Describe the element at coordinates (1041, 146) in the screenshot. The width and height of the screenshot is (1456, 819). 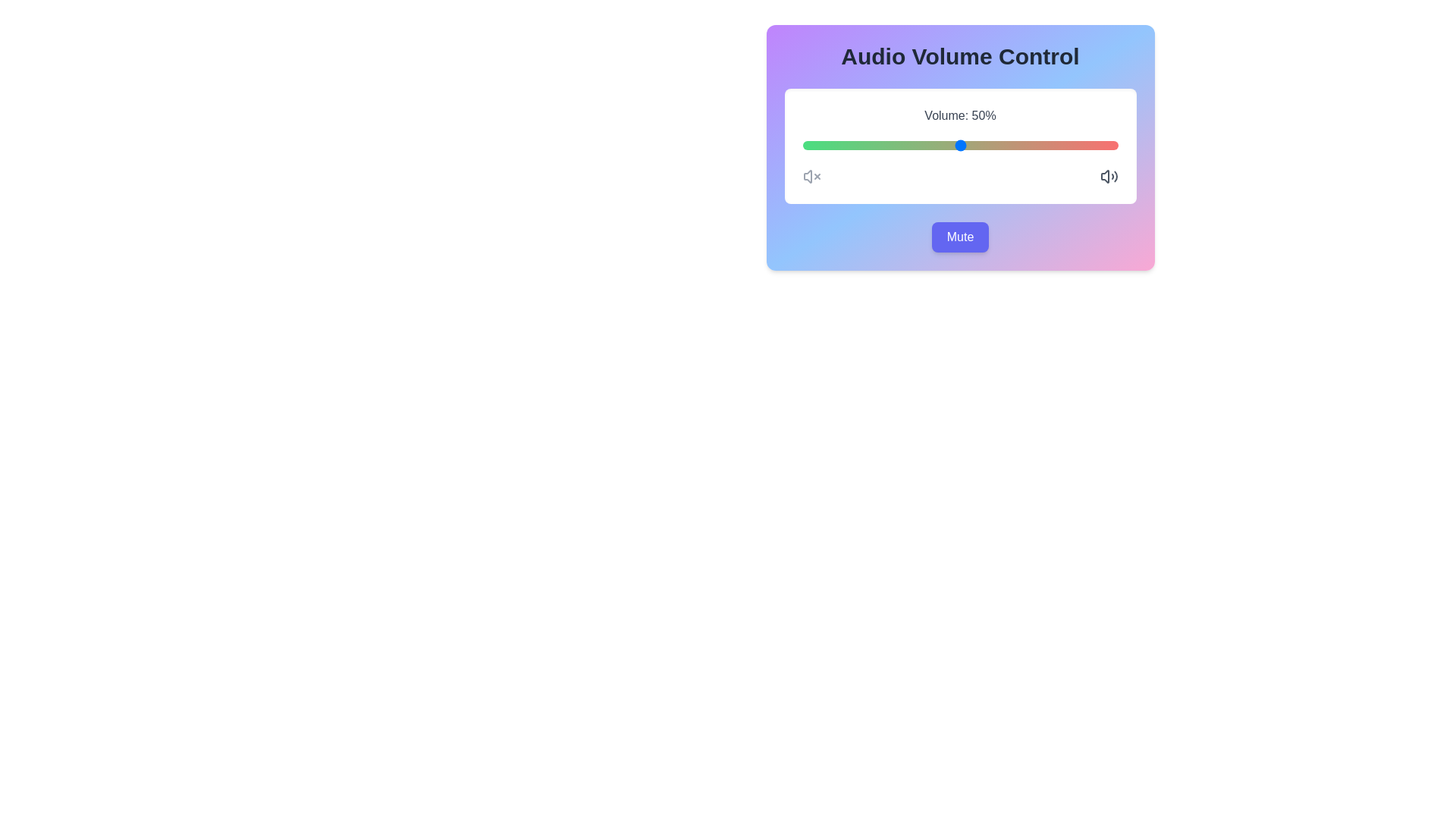
I see `the volume slider to 76%` at that location.